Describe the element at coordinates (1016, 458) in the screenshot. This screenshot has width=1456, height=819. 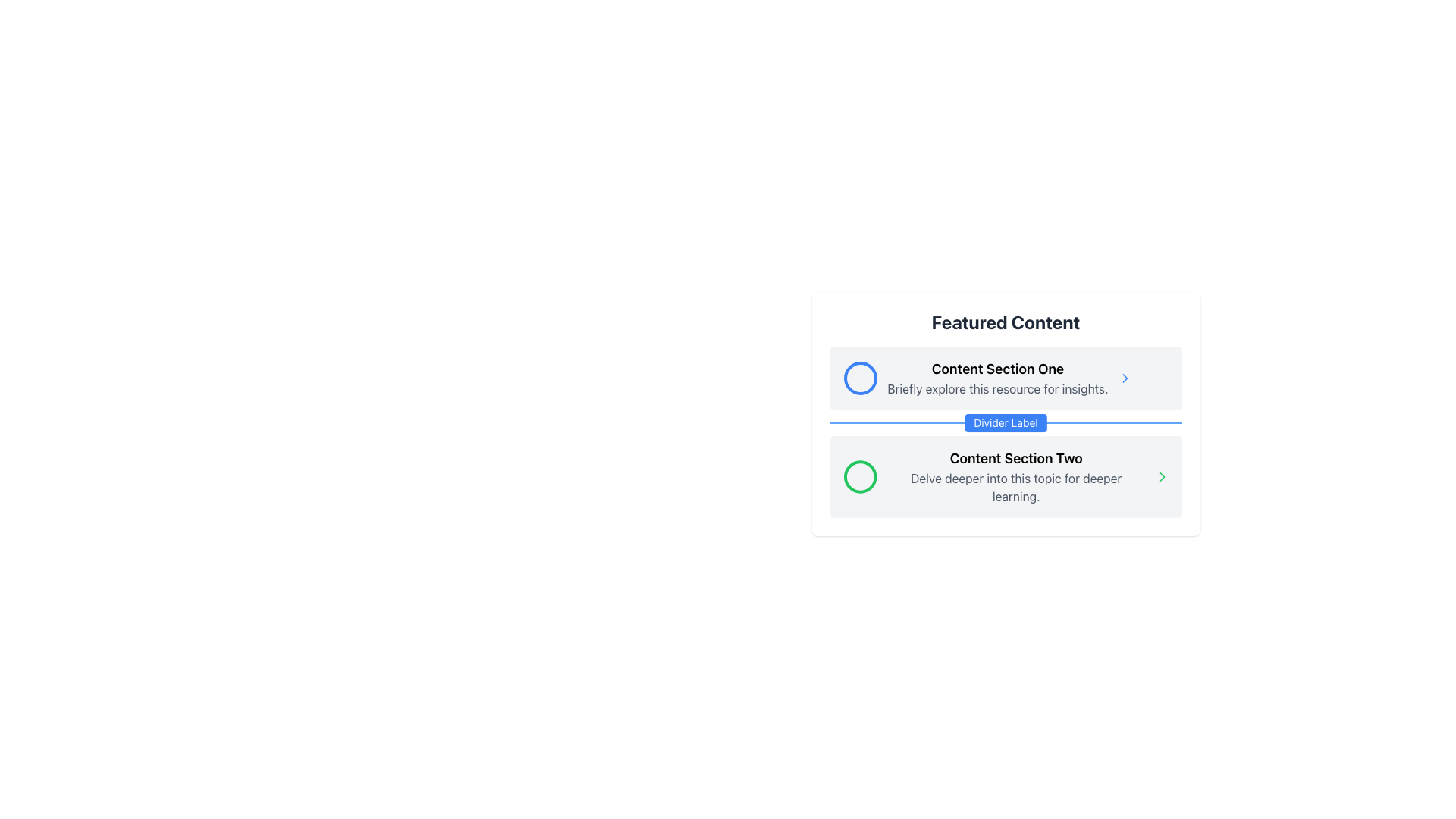
I see `displayed text of the Text Label, which serves as a section title indicating the topic or main focus of the section, located above the descriptive text in the second card-like section` at that location.